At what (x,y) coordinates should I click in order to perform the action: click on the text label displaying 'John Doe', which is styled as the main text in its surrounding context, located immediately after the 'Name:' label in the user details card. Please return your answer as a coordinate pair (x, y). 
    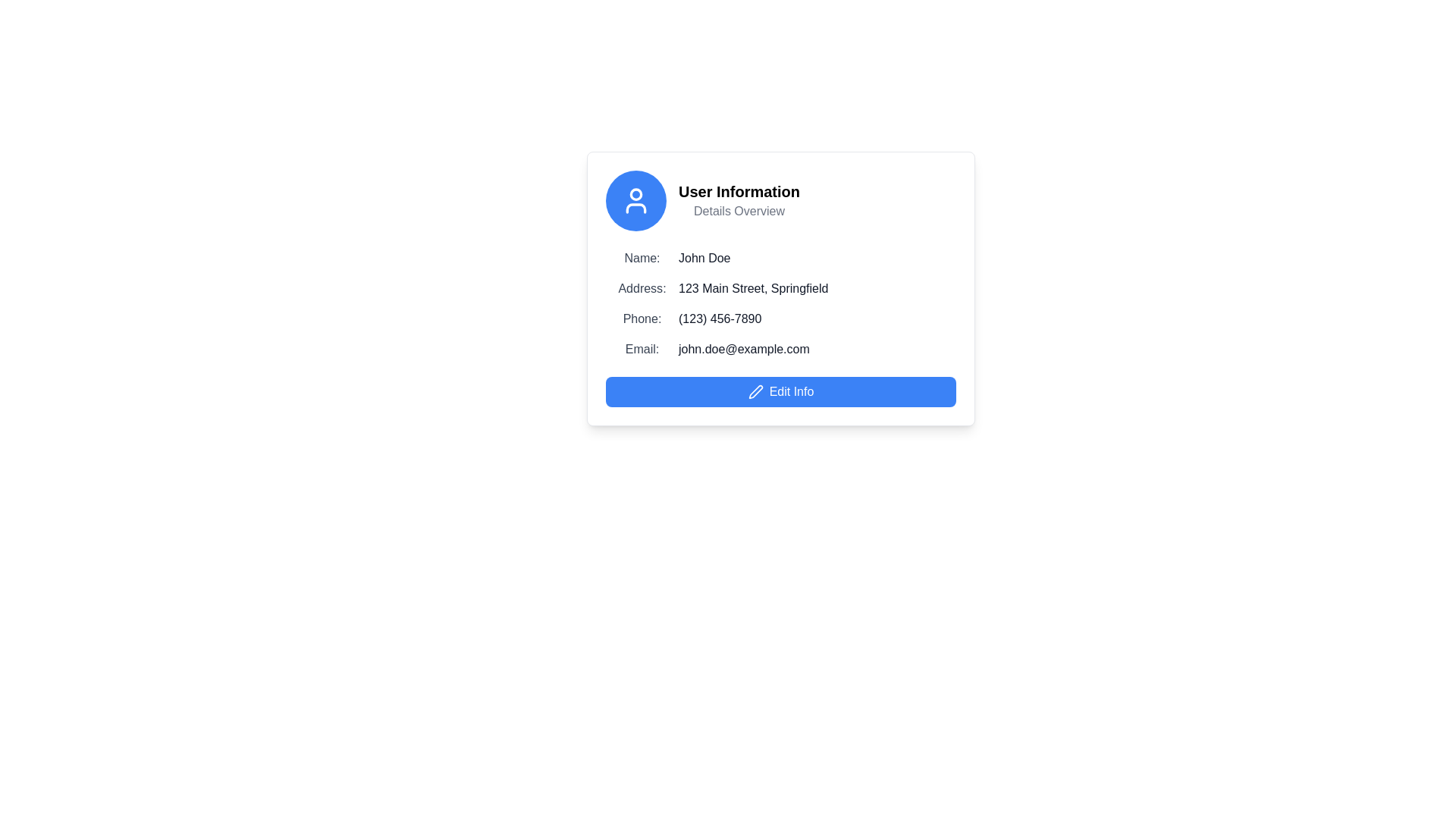
    Looking at the image, I should click on (704, 257).